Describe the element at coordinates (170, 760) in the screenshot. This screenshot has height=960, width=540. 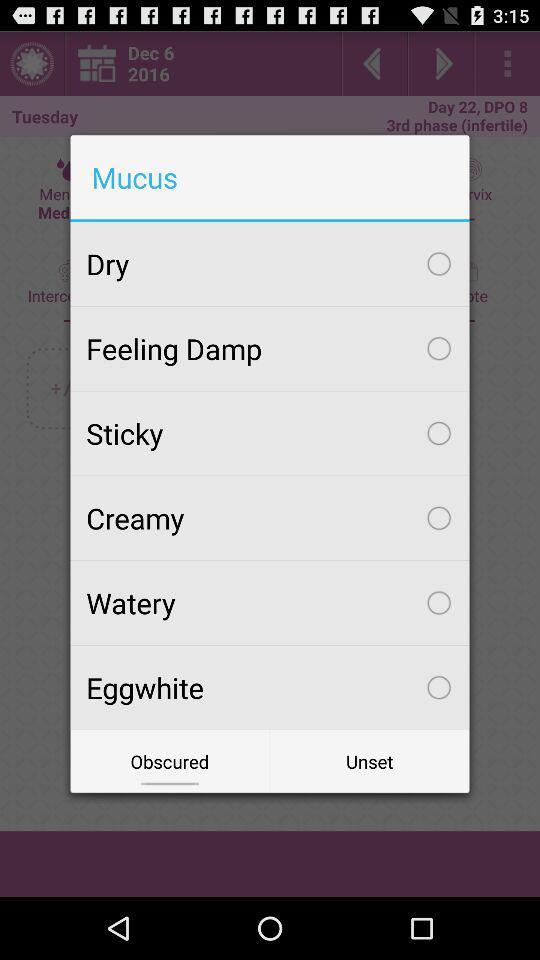
I see `icon next to unset icon` at that location.